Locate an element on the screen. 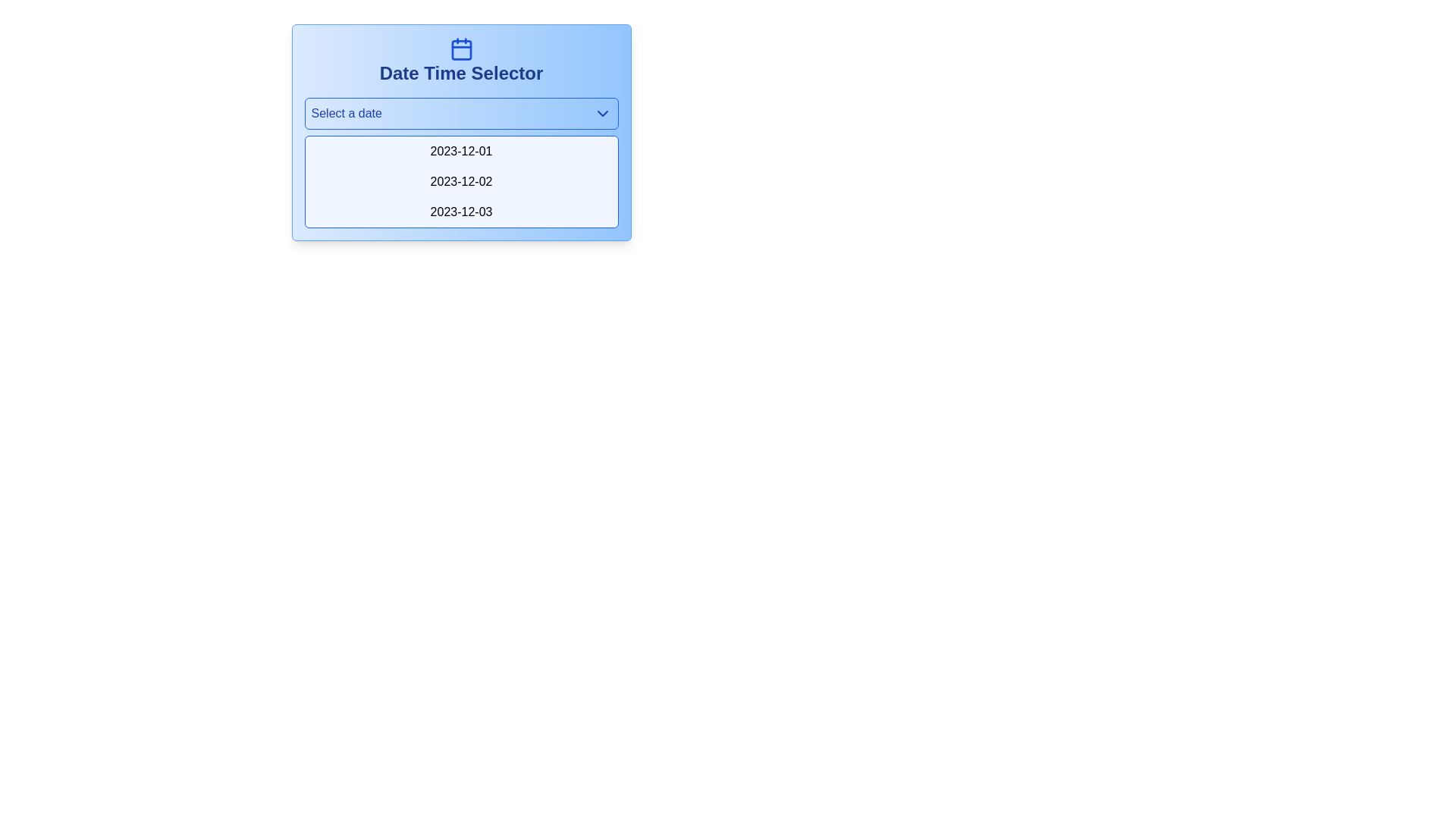 Image resolution: width=1456 pixels, height=819 pixels. a date option in the vertically-oriented list box with a light blue background is located at coordinates (460, 163).